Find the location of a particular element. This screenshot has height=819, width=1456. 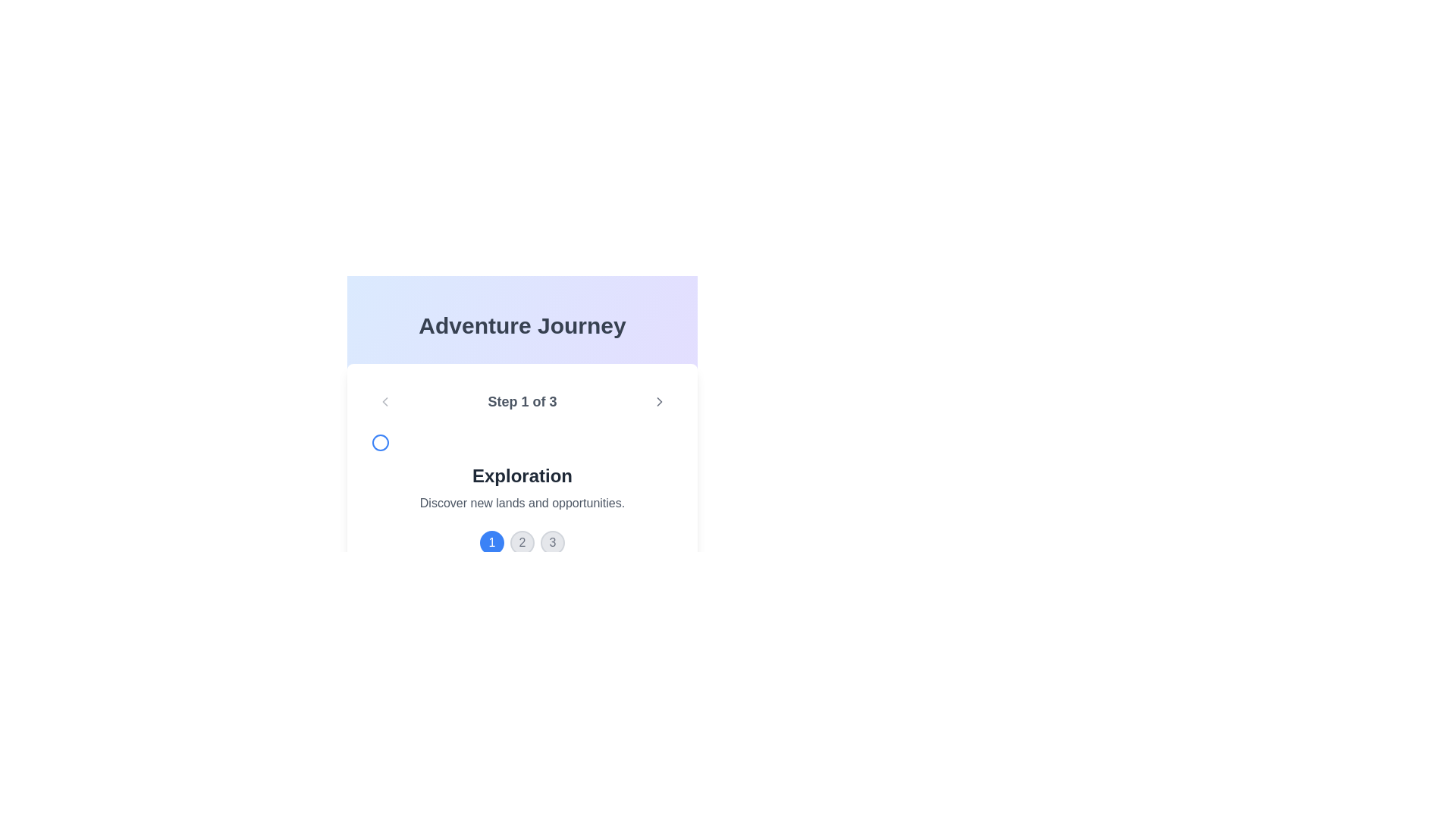

the static progress indicator text label that displays the current step of the process, located centrally between the navigational buttons beneath the 'Adventure Journey' heading is located at coordinates (522, 400).